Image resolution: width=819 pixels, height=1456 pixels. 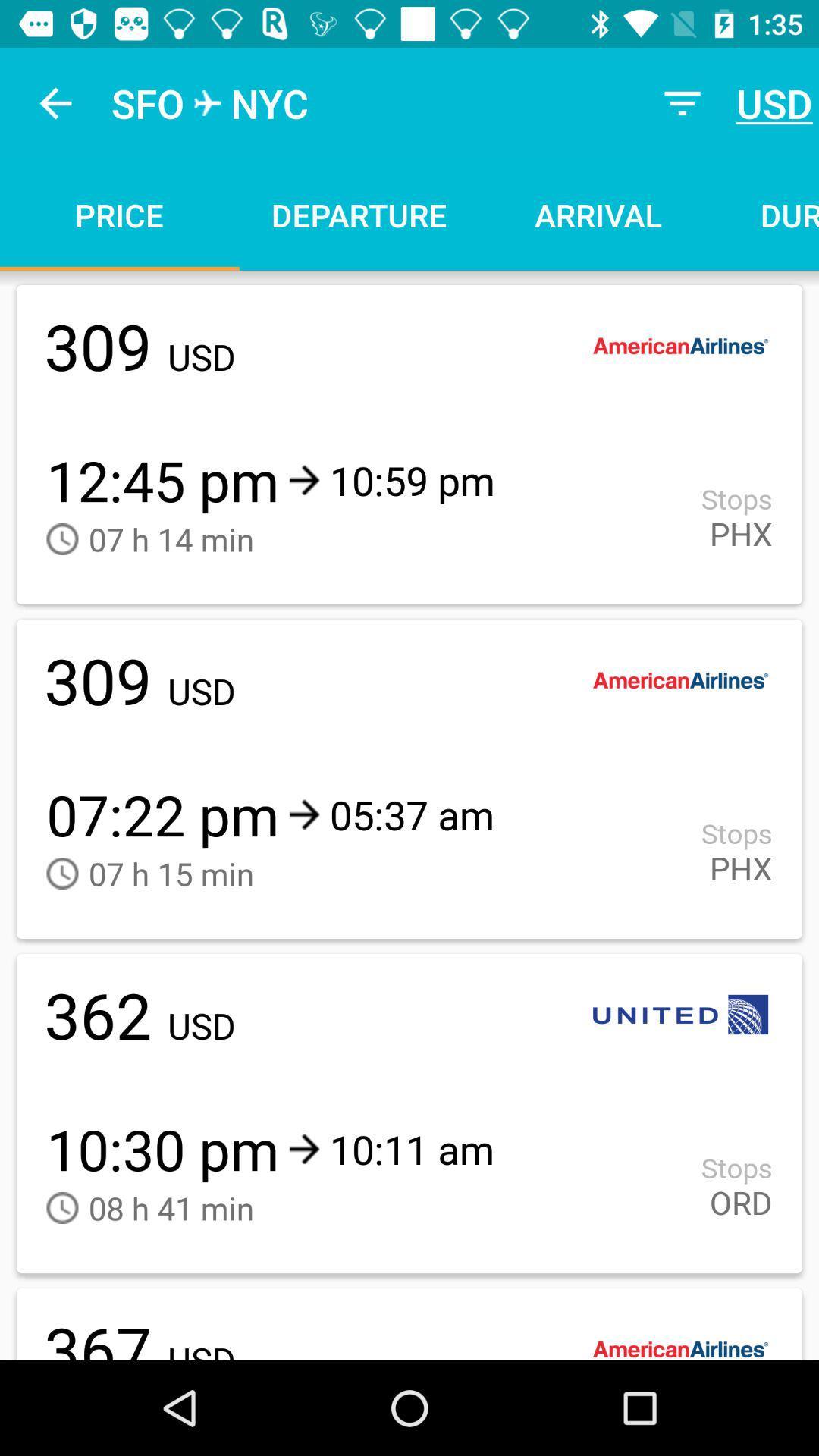 I want to click on icon next to the sfo item, so click(x=55, y=102).